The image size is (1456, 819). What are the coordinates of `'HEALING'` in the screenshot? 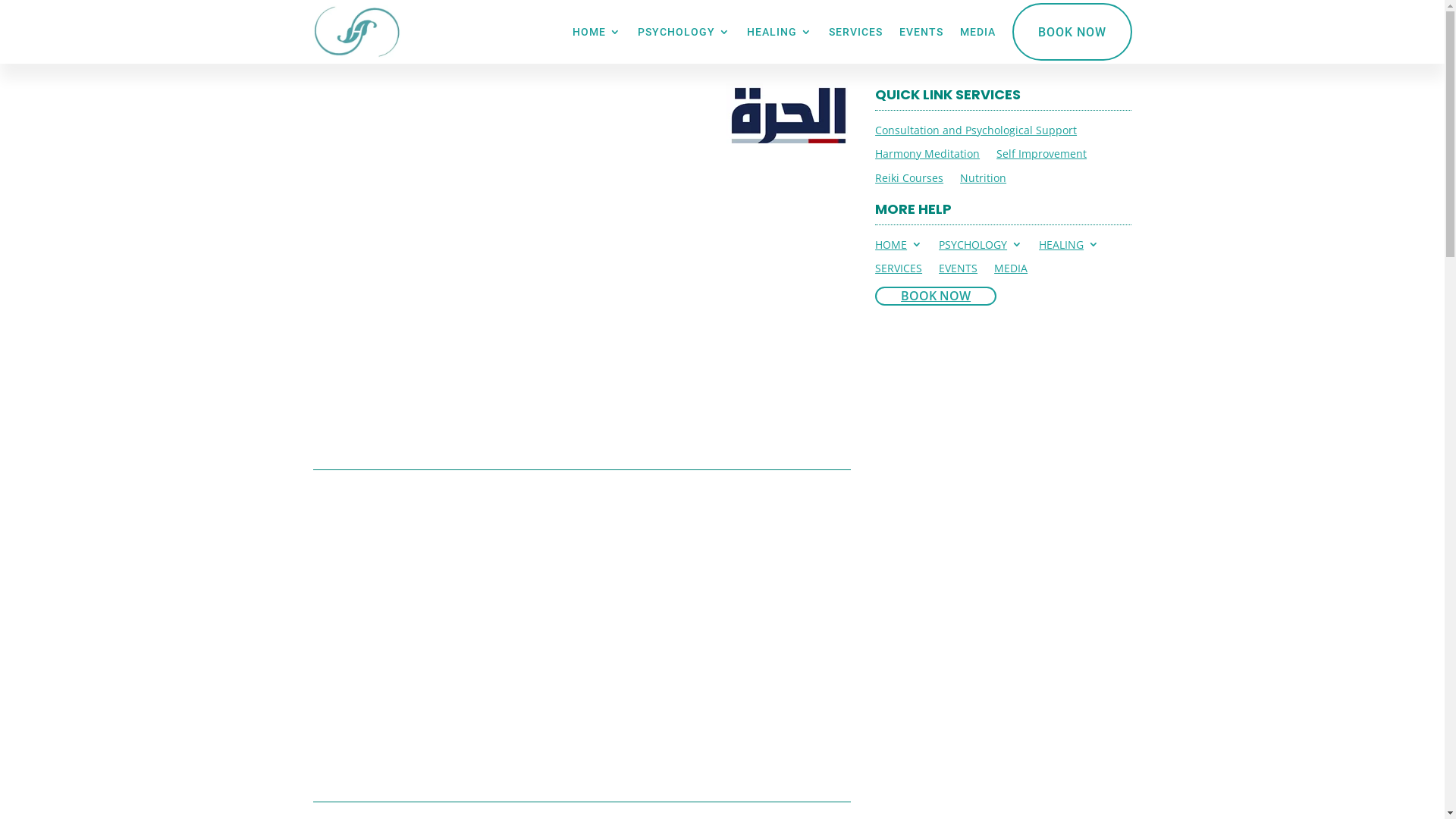 It's located at (1068, 246).